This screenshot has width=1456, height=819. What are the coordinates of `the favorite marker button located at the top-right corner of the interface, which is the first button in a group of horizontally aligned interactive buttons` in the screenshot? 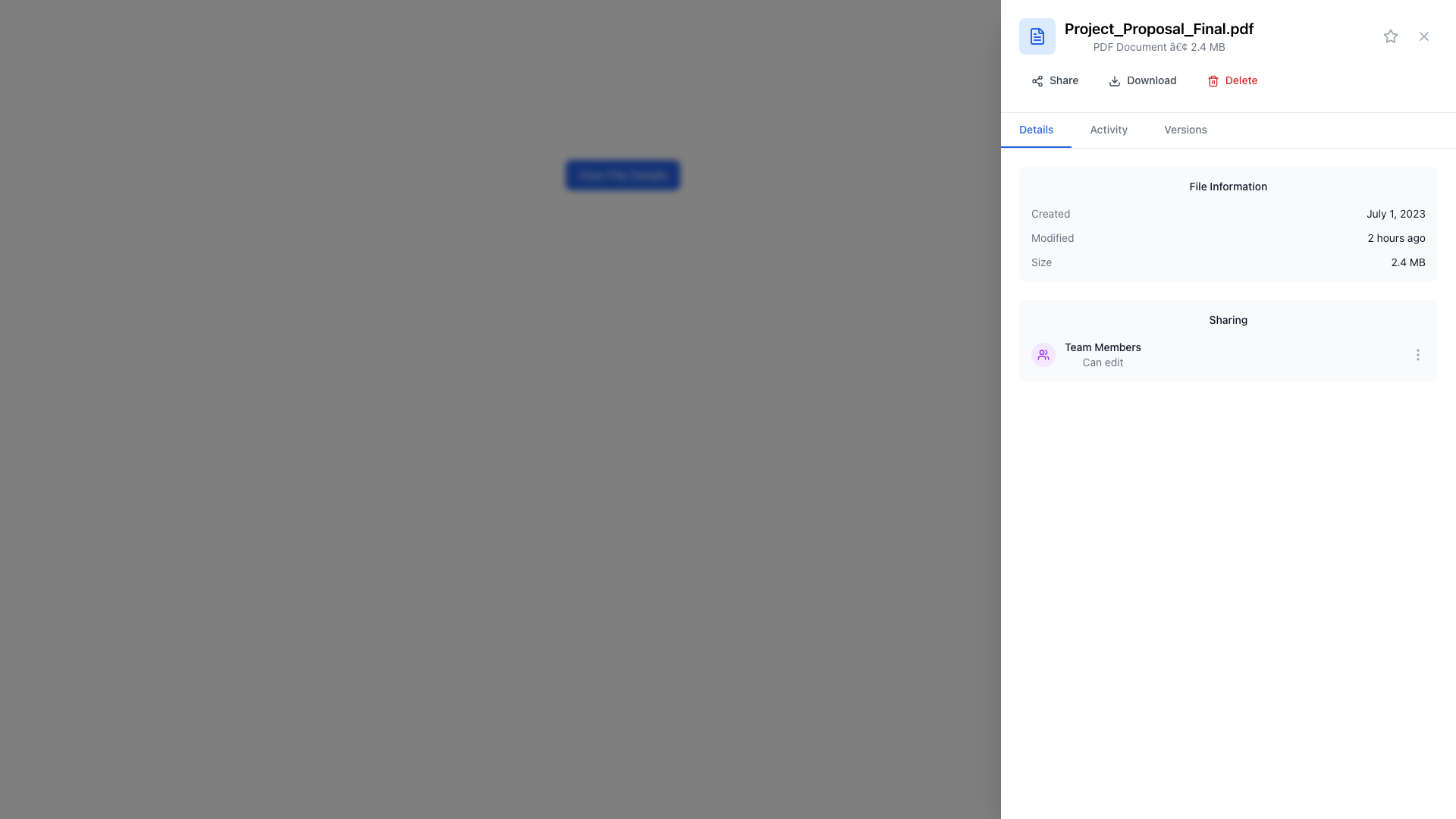 It's located at (1390, 35).